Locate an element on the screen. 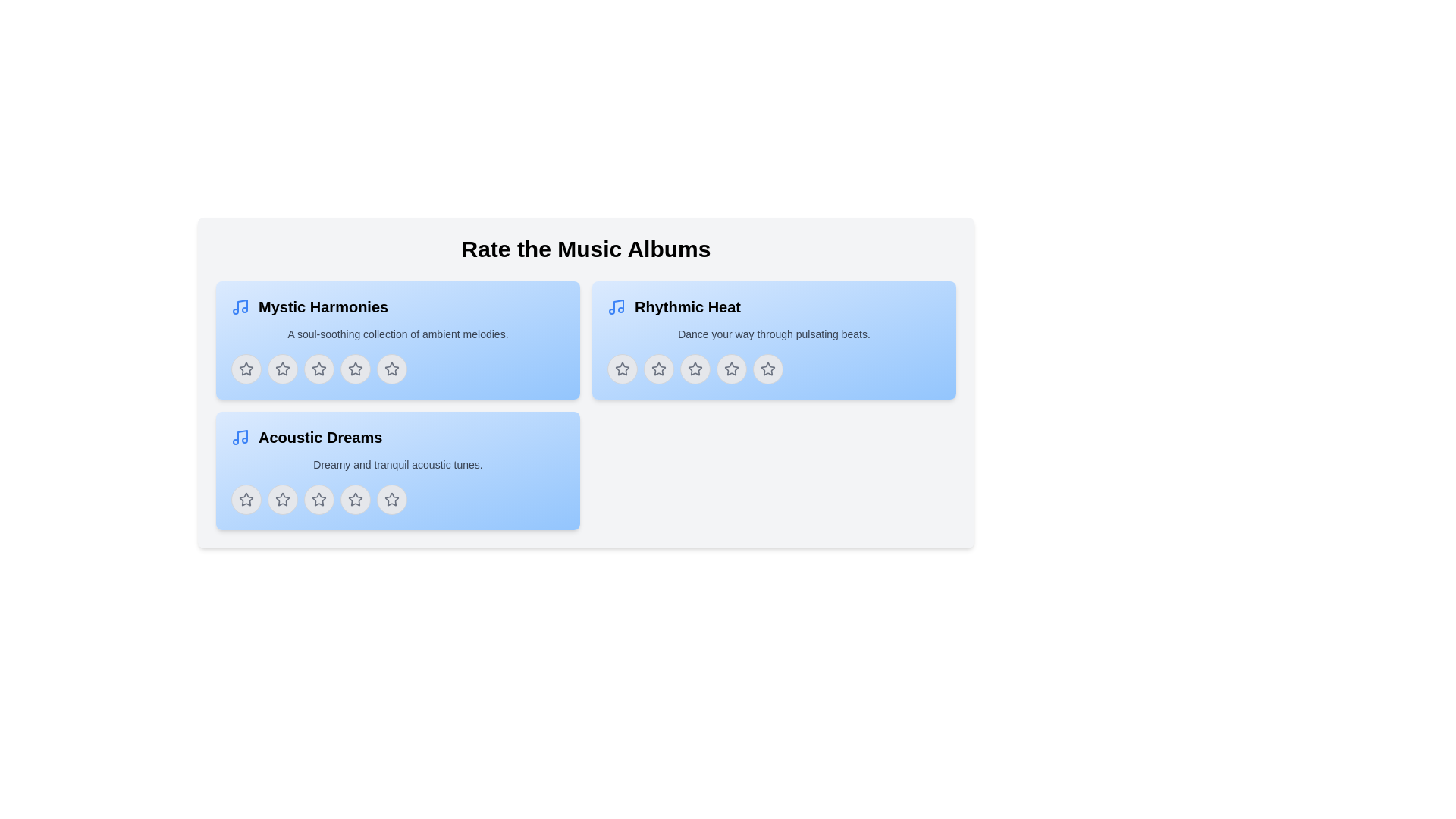 This screenshot has height=819, width=1456. the fourth star-shaped icon button with outlined styling, located under the 'Acoustic Dreams' section, to observe interactive visual feedback is located at coordinates (355, 500).